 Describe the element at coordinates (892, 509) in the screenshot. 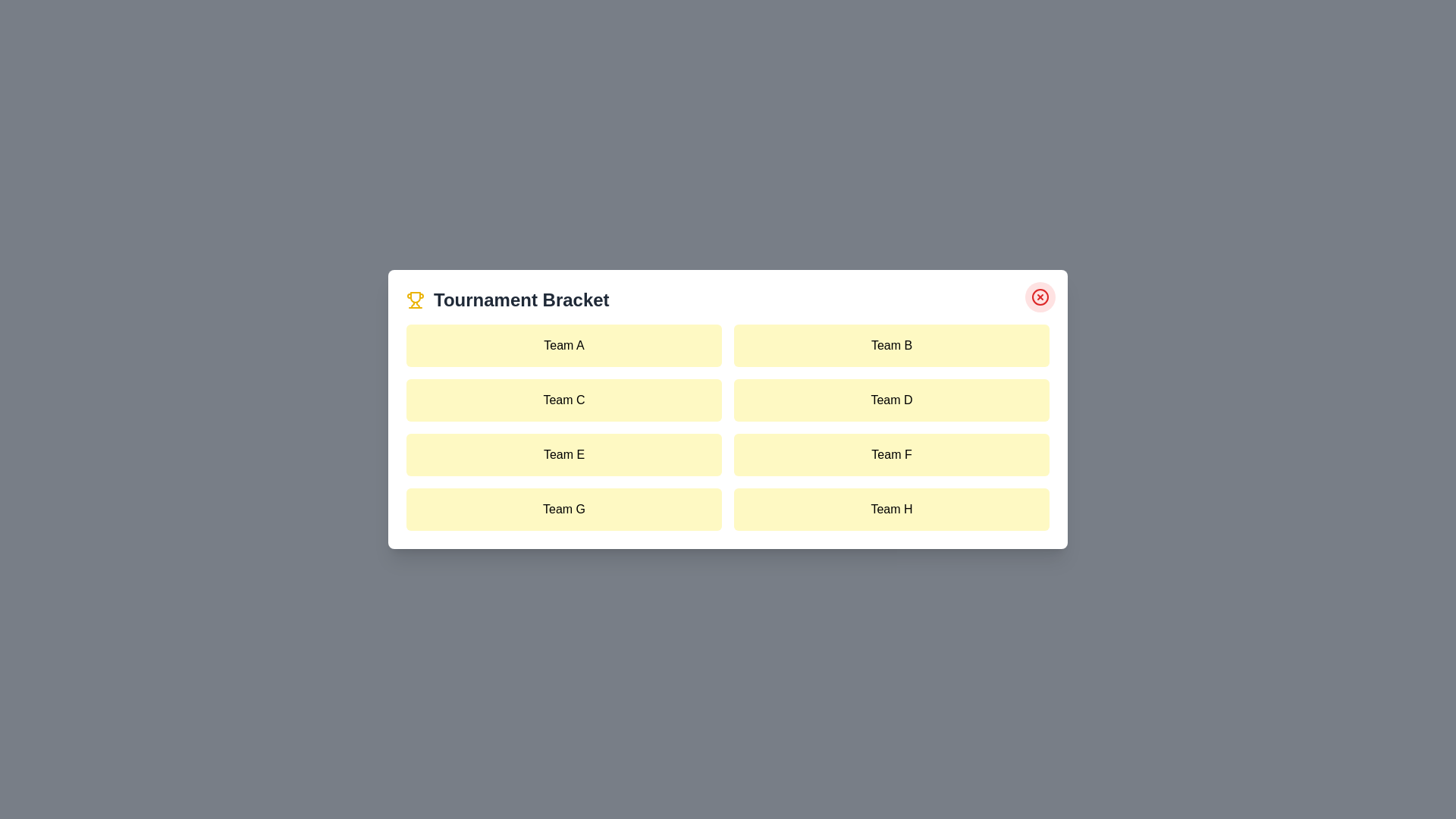

I see `the team item labeled Team H` at that location.